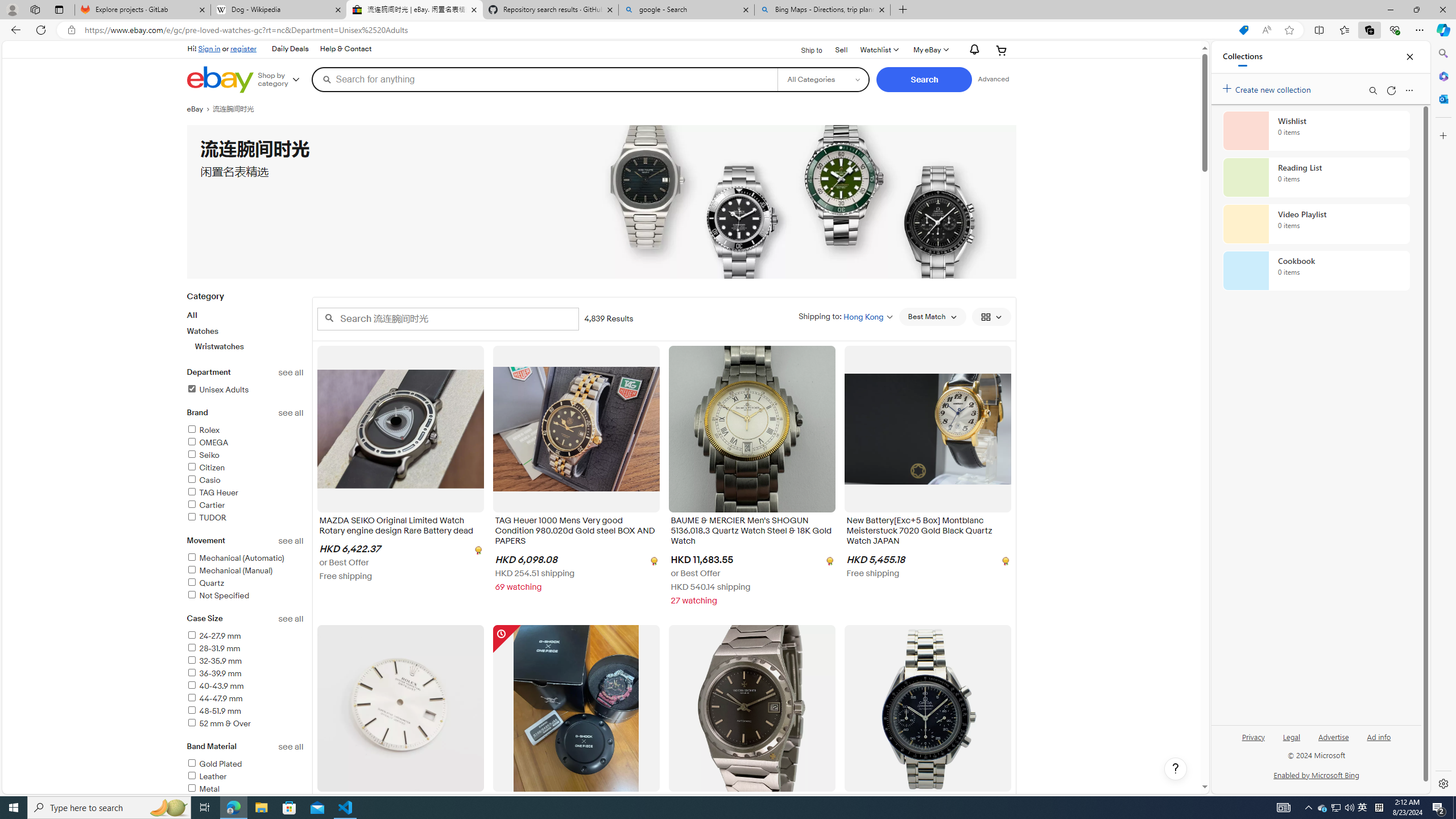 This screenshot has width=1456, height=819. Describe the element at coordinates (213, 660) in the screenshot. I see `'32-35.9 mm'` at that location.